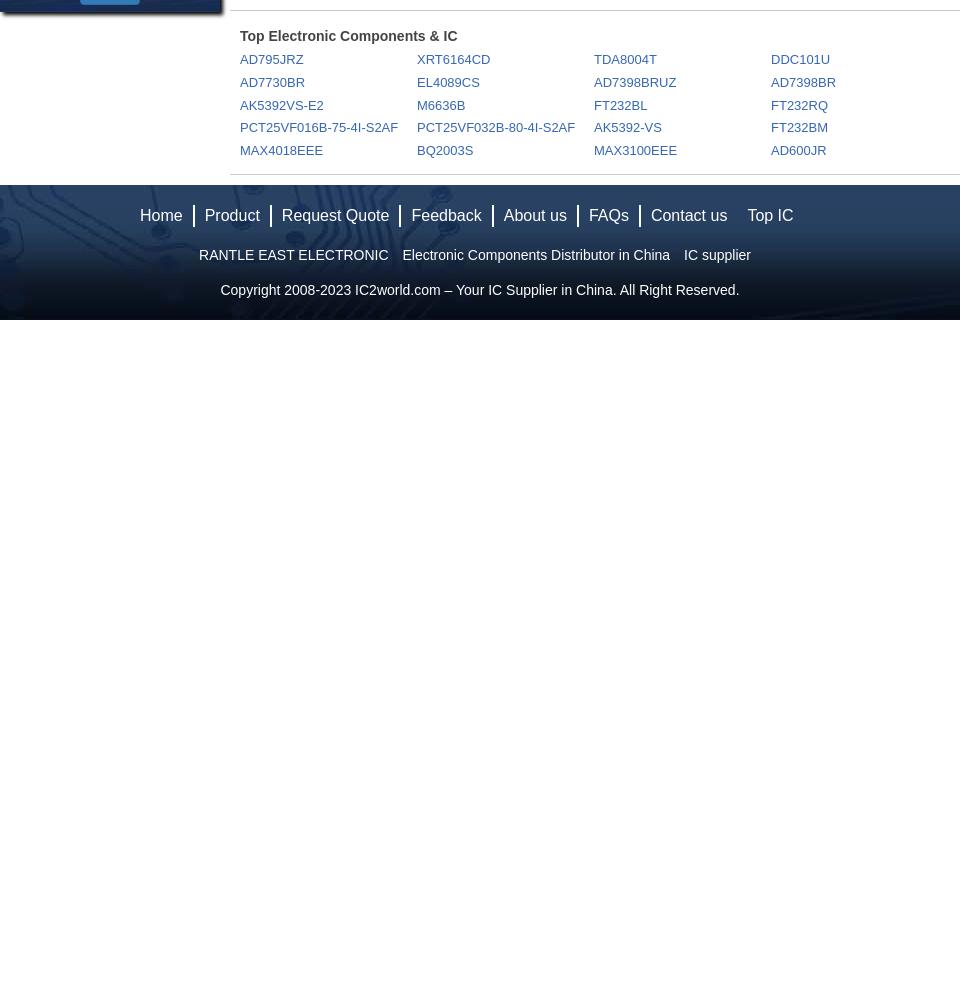 The width and height of the screenshot is (960, 1000). What do you see at coordinates (717, 255) in the screenshot?
I see `'IC supplier'` at bounding box center [717, 255].